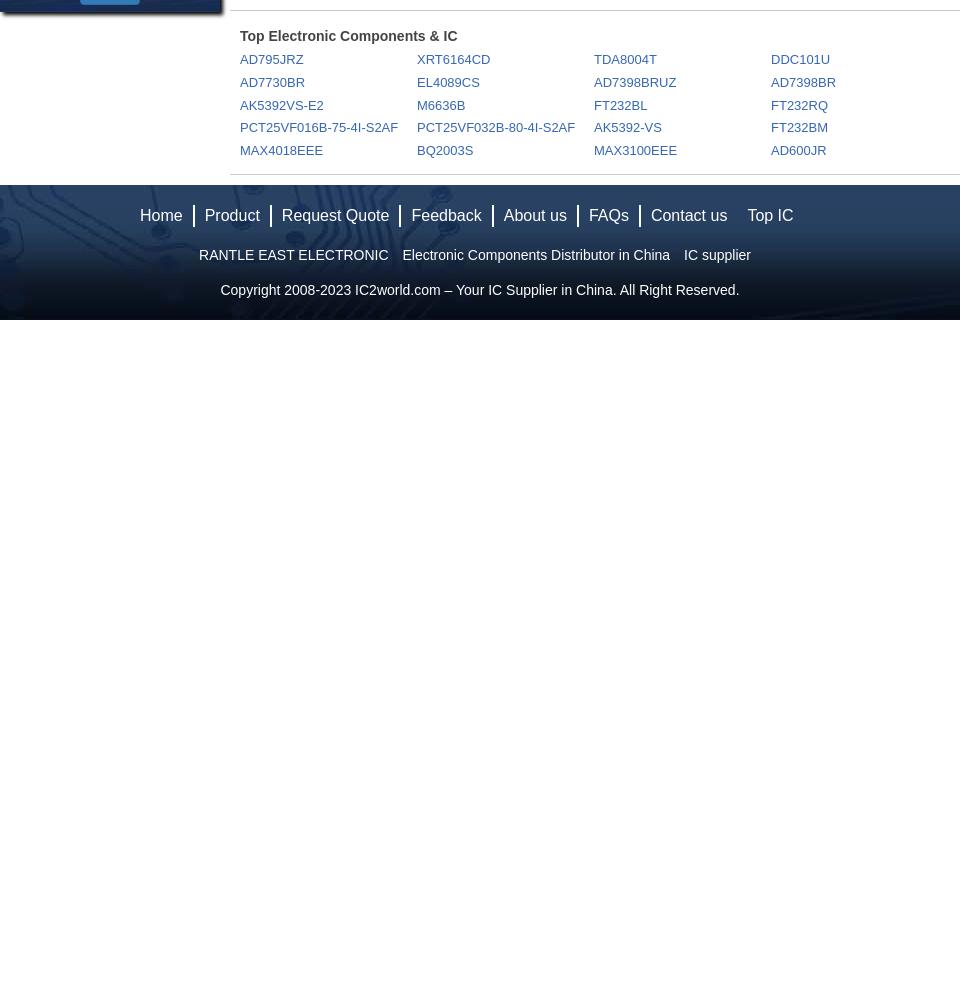 The width and height of the screenshot is (960, 1000). What do you see at coordinates (717, 255) in the screenshot?
I see `'IC supplier'` at bounding box center [717, 255].